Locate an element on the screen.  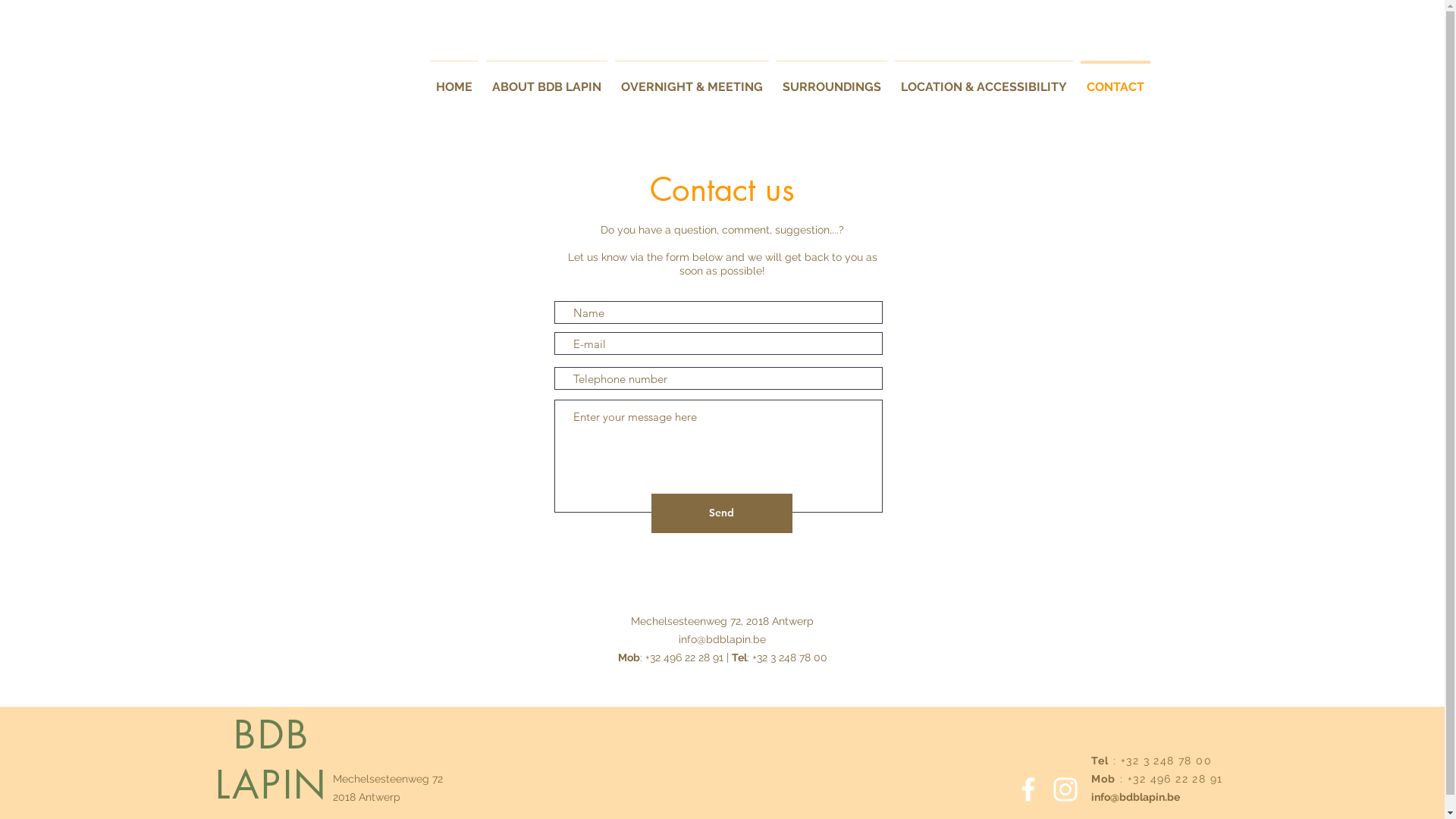
'OVERNIGHT & MEETING' is located at coordinates (691, 80).